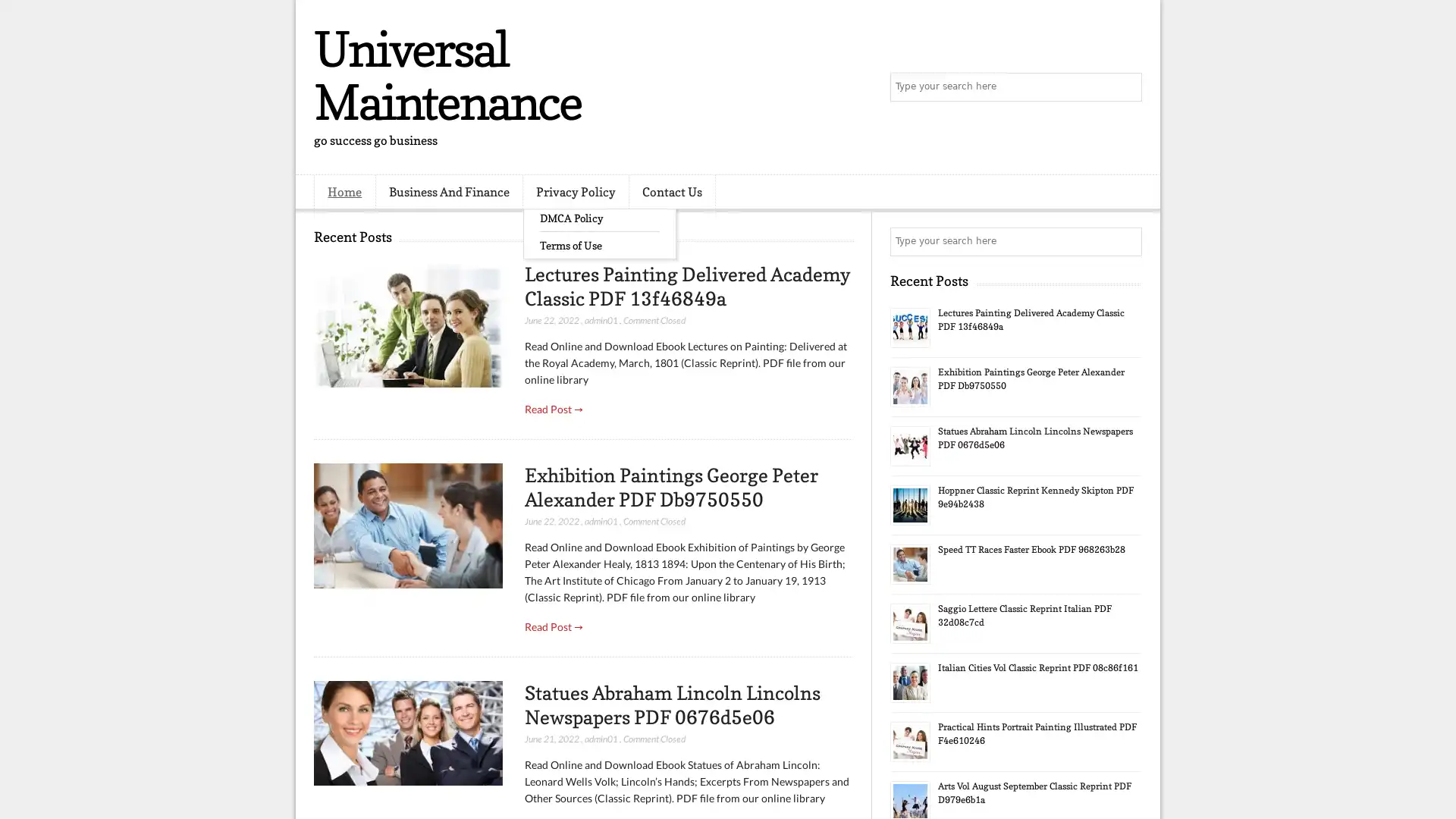  Describe the element at coordinates (1126, 241) in the screenshot. I see `Search` at that location.